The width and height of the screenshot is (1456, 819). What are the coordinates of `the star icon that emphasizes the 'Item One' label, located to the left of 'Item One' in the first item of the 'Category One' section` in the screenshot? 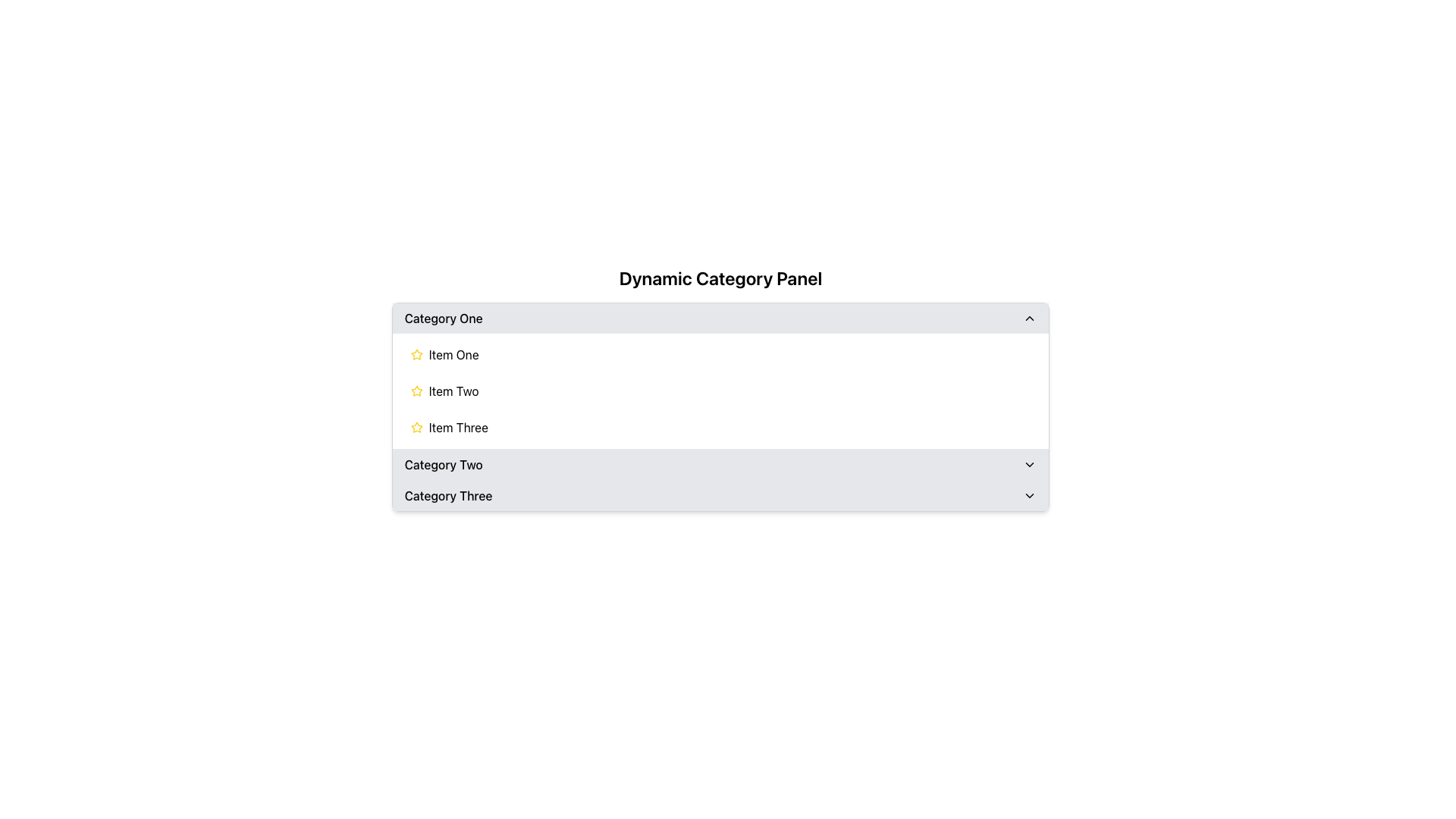 It's located at (416, 354).